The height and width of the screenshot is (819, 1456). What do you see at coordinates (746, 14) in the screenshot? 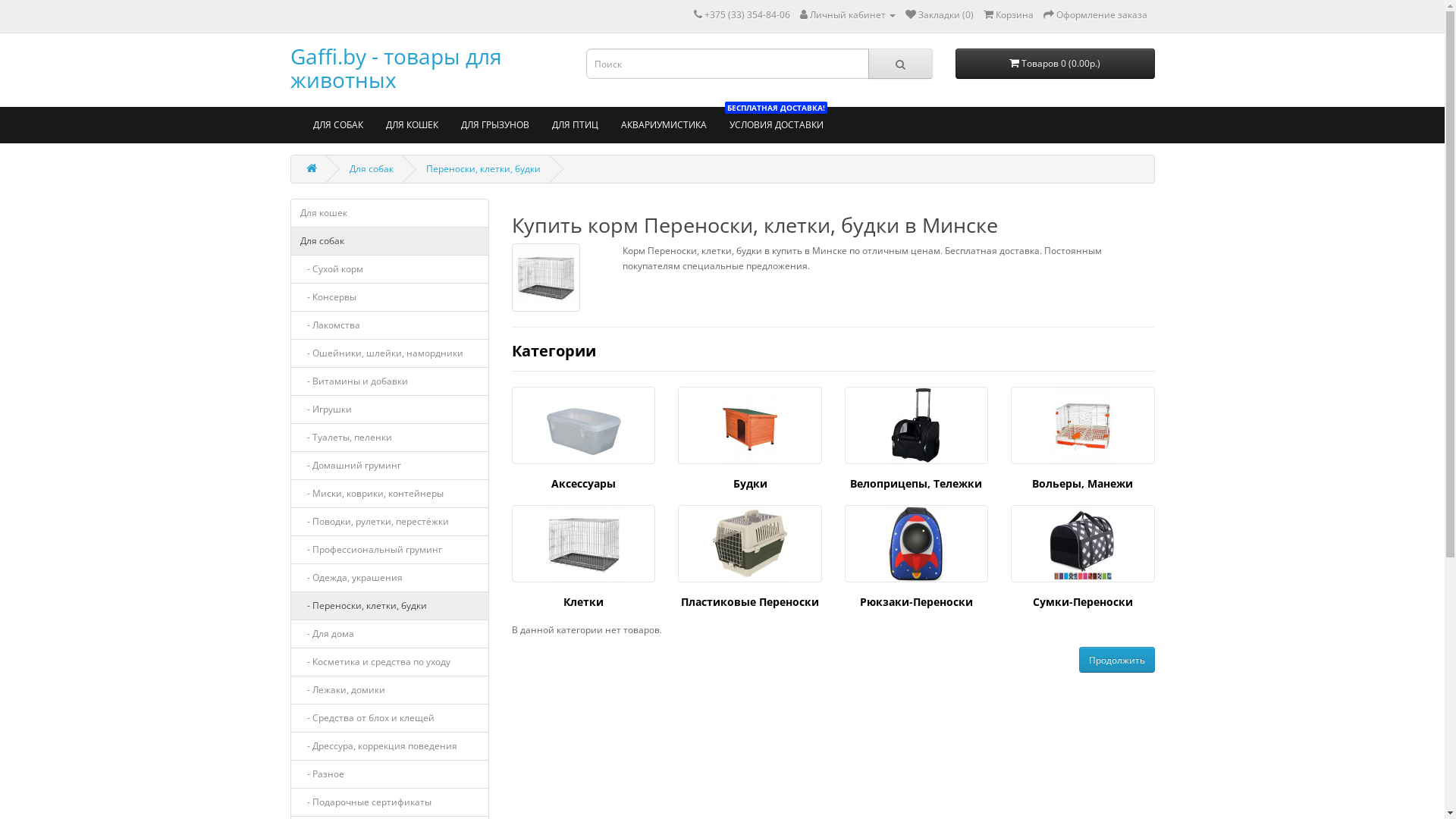
I see `'+375 (33) 354-84-06'` at bounding box center [746, 14].